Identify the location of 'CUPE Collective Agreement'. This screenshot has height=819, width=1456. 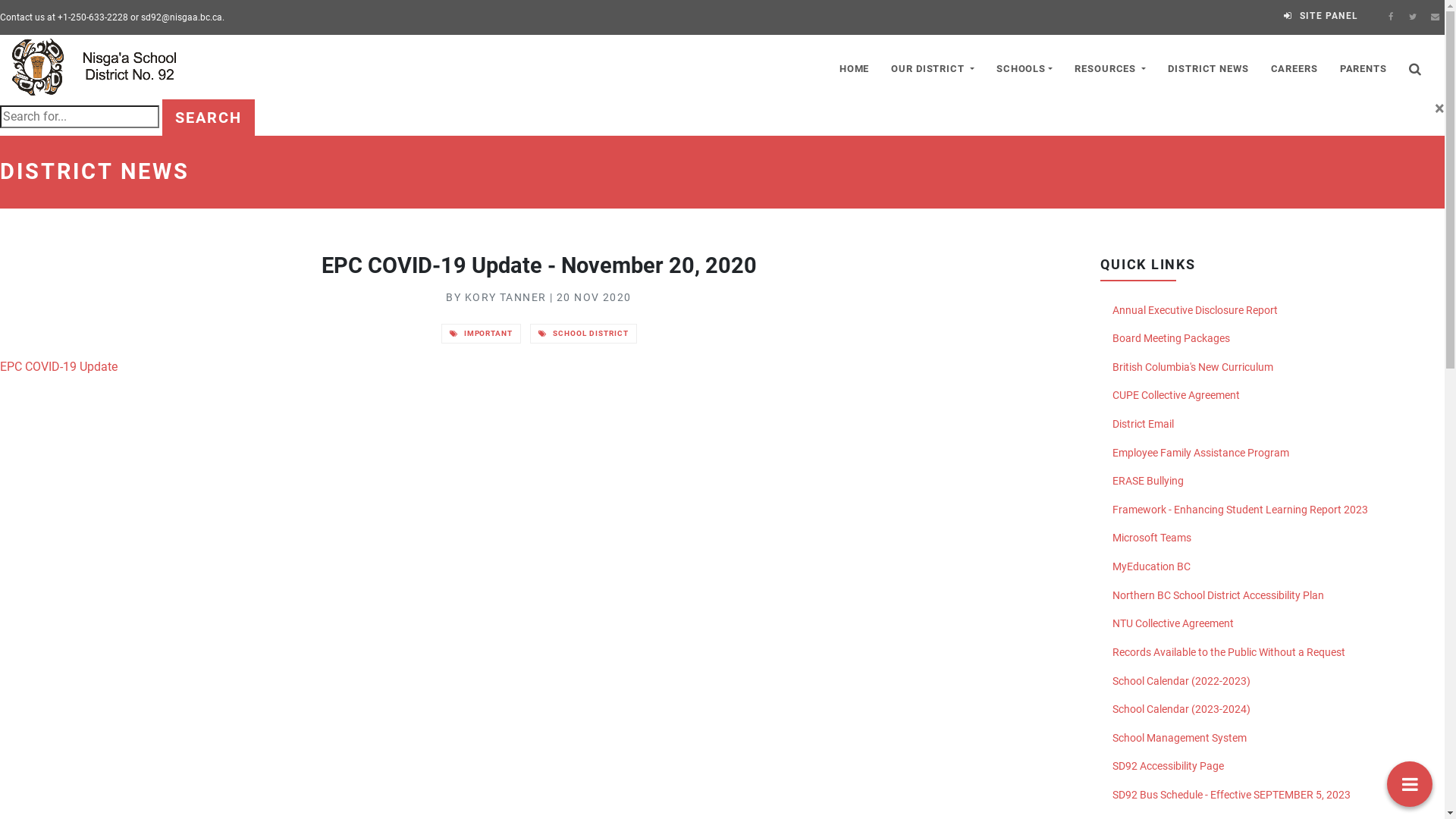
(1272, 394).